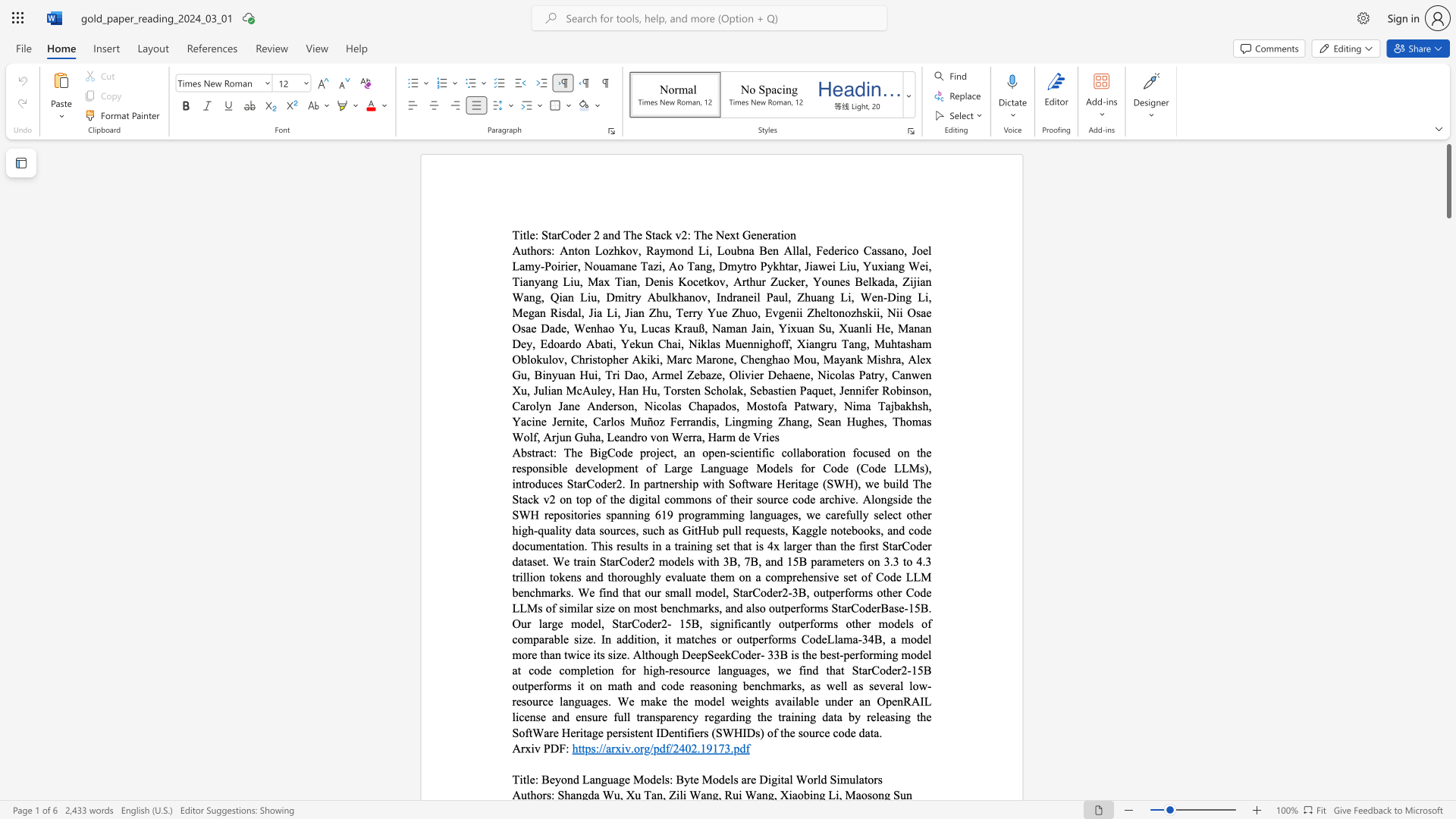 The width and height of the screenshot is (1456, 819). Describe the element at coordinates (1448, 409) in the screenshot. I see `the scrollbar on the right to move the page downward` at that location.